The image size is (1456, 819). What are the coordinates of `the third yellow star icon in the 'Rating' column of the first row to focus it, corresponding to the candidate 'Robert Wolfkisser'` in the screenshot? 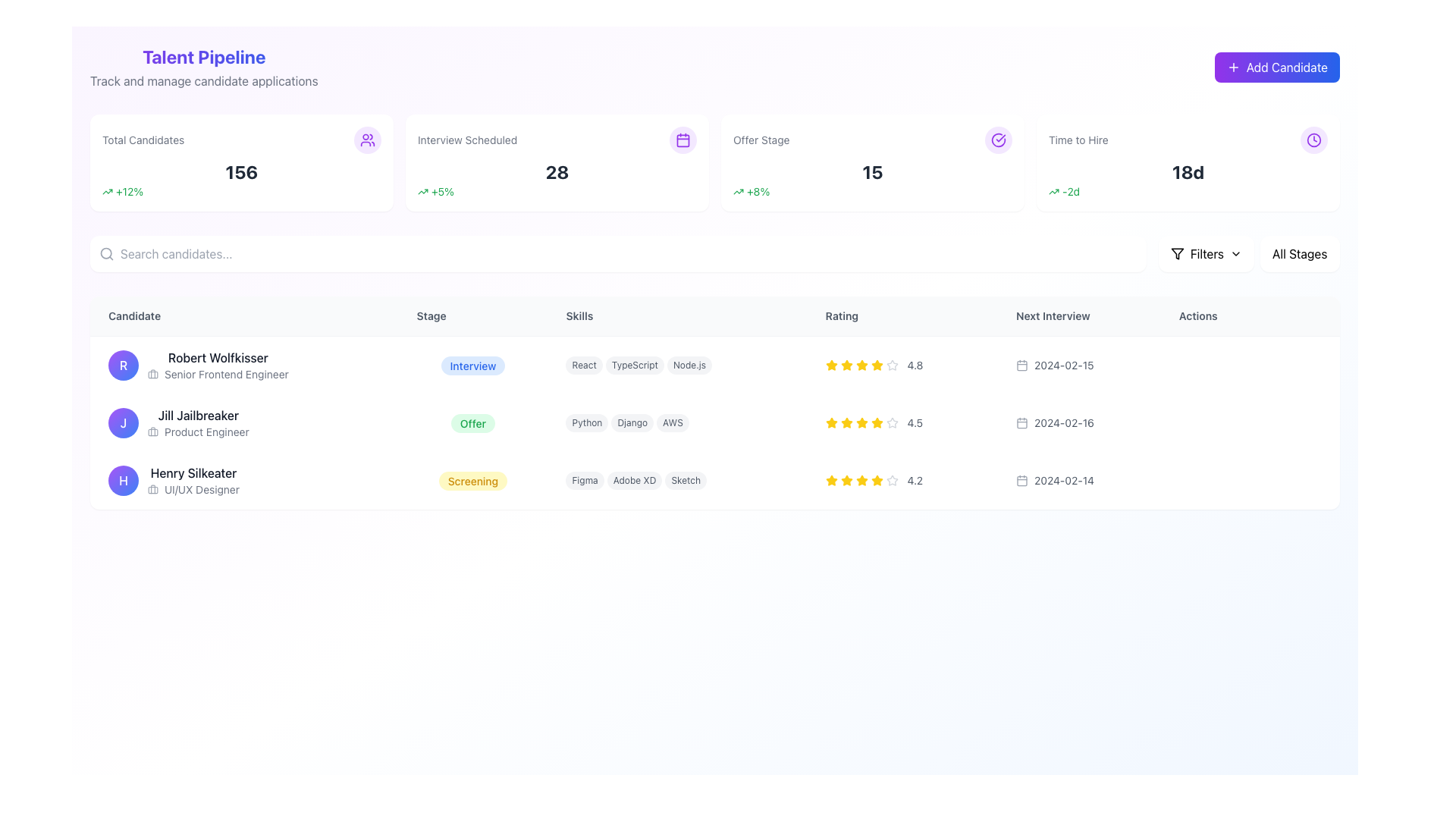 It's located at (846, 366).